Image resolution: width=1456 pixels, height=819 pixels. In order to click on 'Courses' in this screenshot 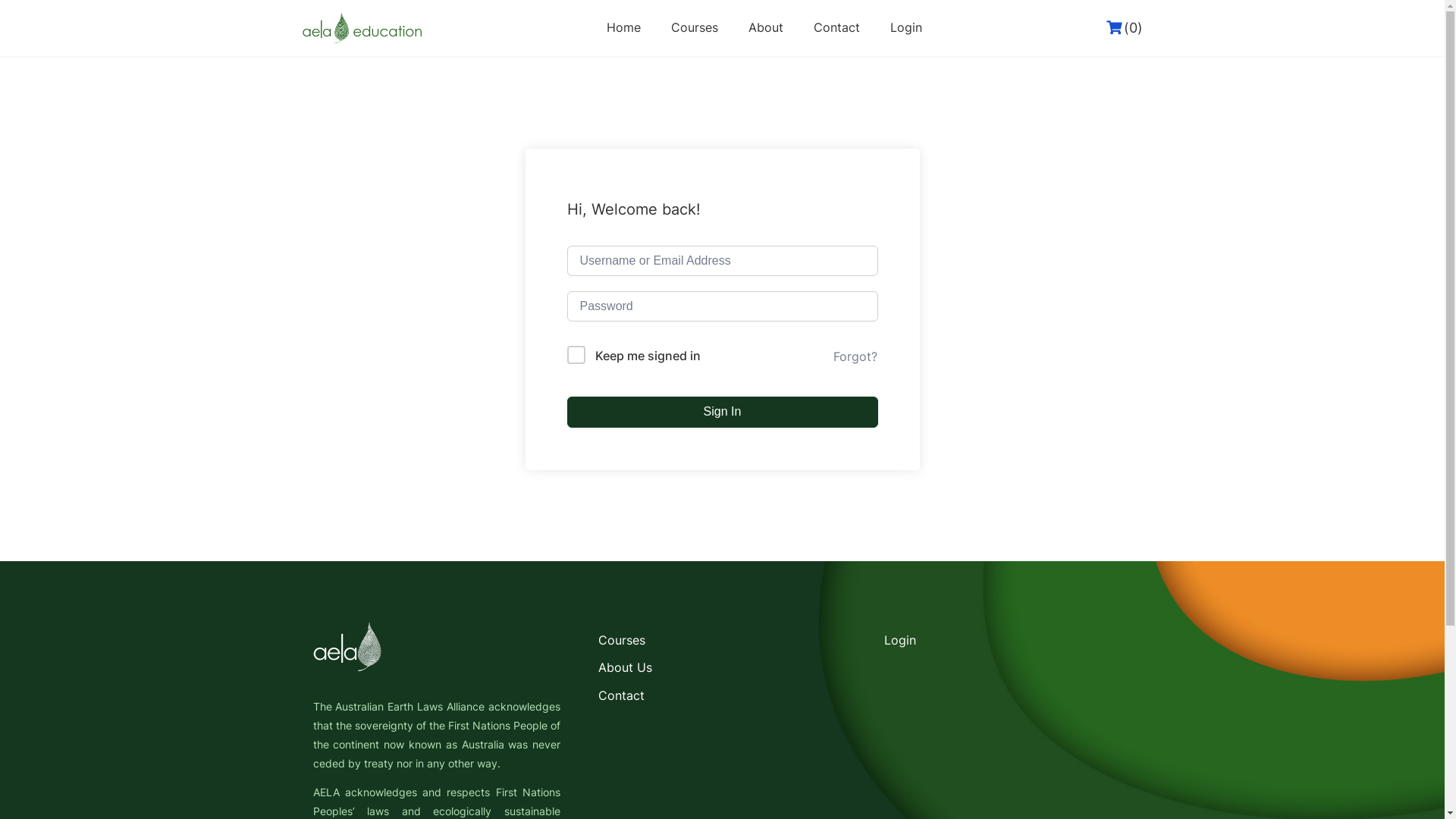, I will do `click(694, 27)`.